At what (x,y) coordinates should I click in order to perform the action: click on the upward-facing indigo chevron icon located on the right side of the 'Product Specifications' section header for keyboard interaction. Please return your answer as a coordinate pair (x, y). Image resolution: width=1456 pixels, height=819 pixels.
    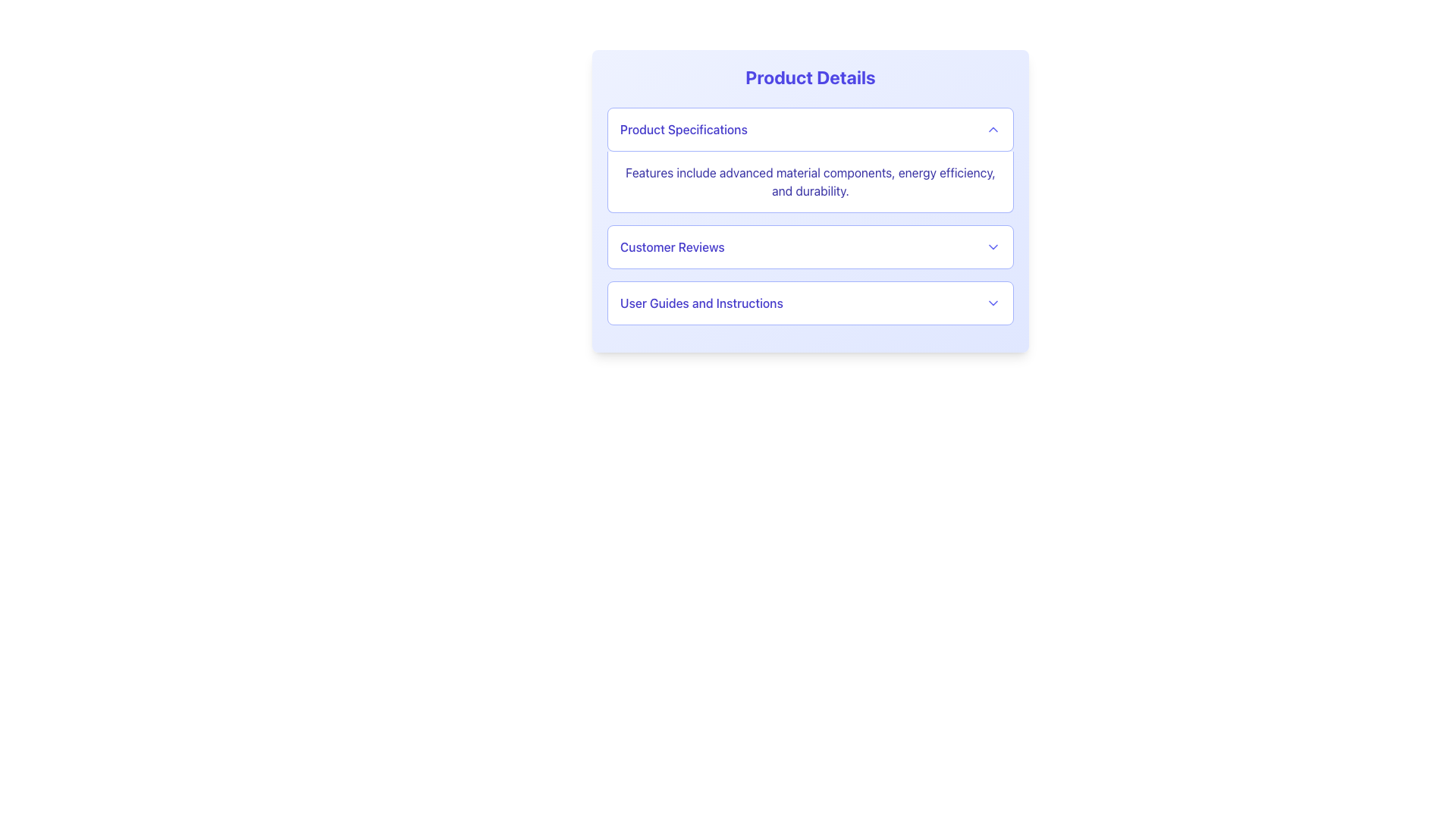
    Looking at the image, I should click on (993, 128).